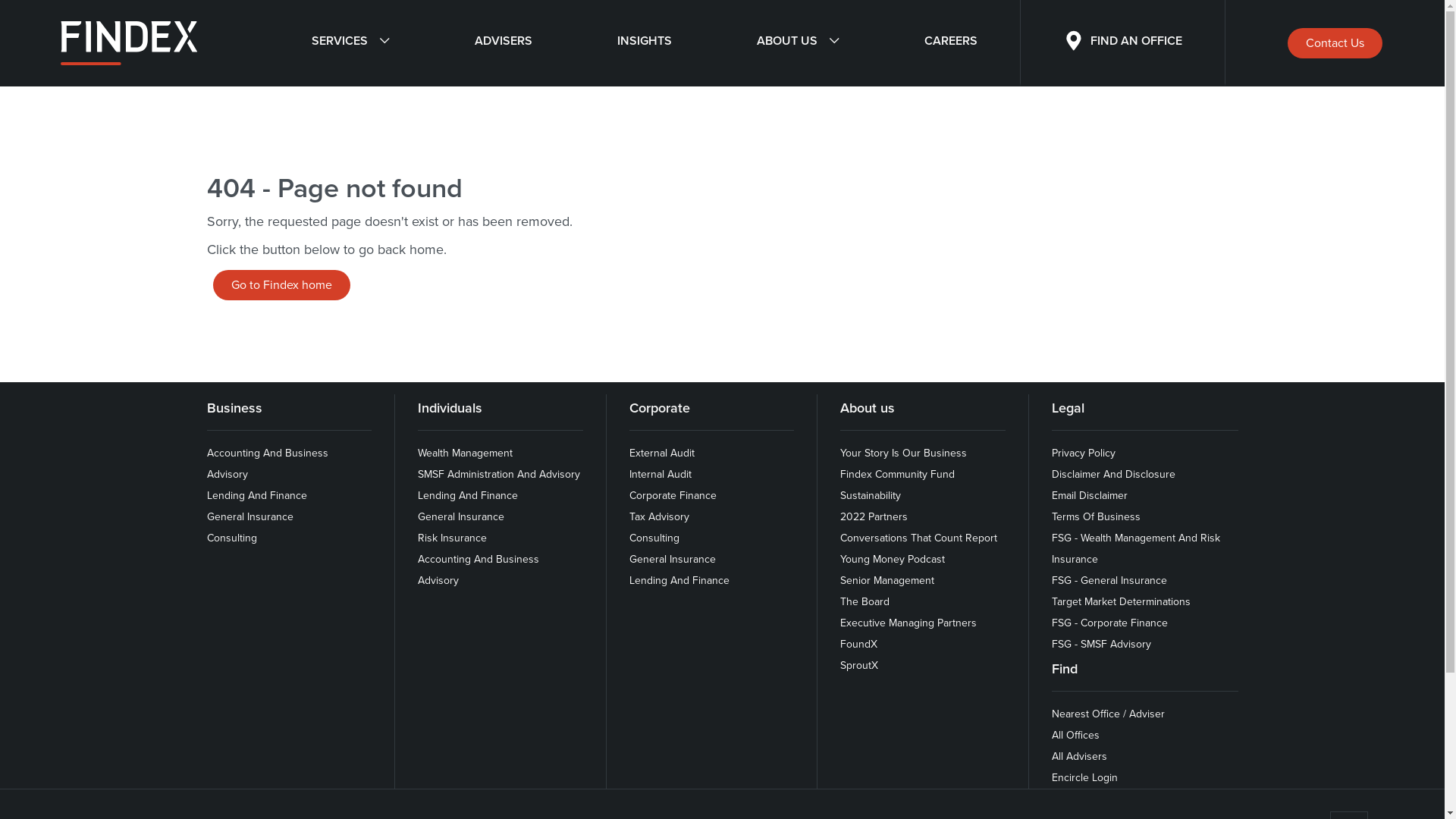  What do you see at coordinates (1084, 777) in the screenshot?
I see `'Encircle Login'` at bounding box center [1084, 777].